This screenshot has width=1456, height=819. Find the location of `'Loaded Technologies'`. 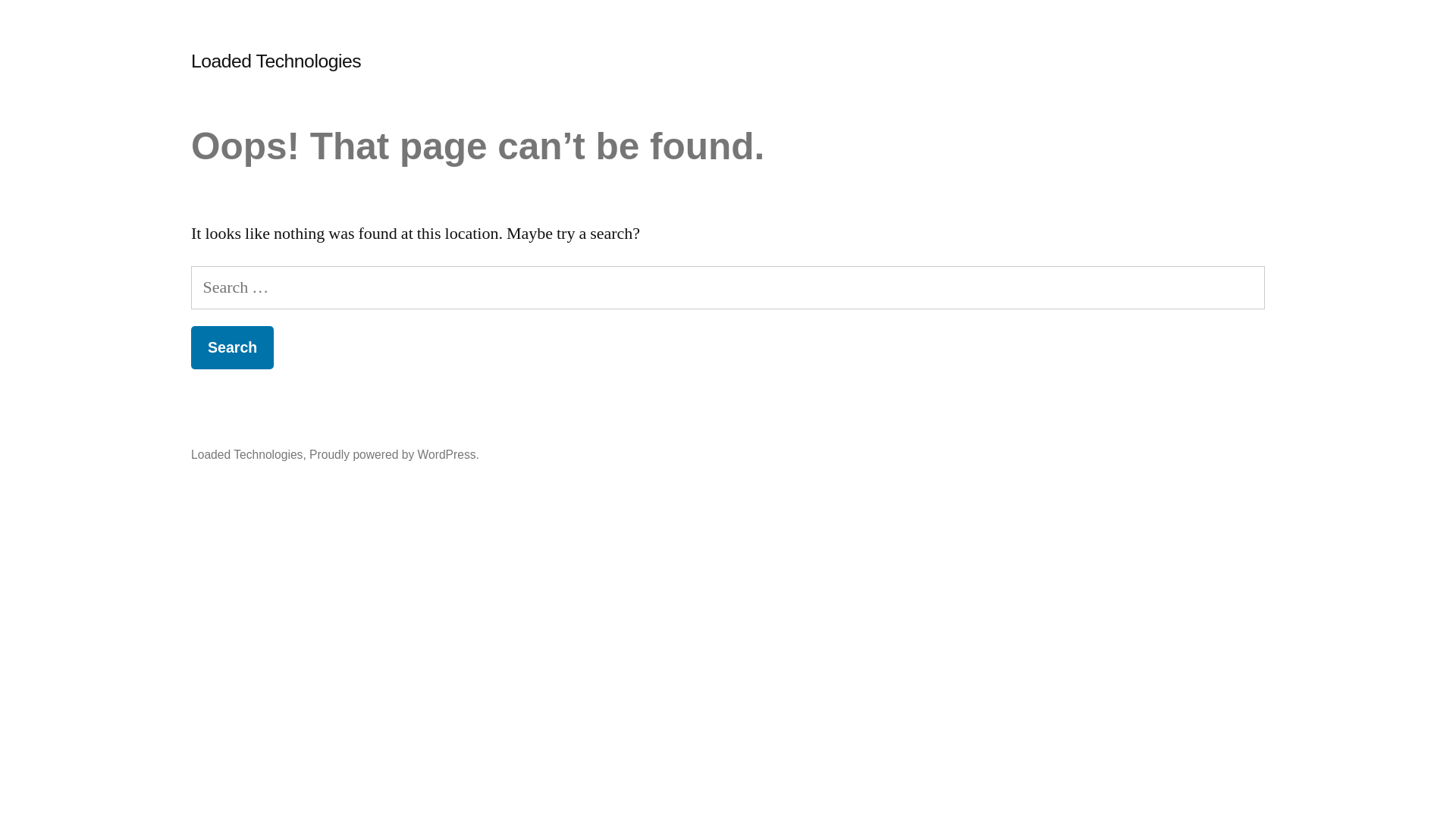

'Loaded Technologies' is located at coordinates (190, 453).